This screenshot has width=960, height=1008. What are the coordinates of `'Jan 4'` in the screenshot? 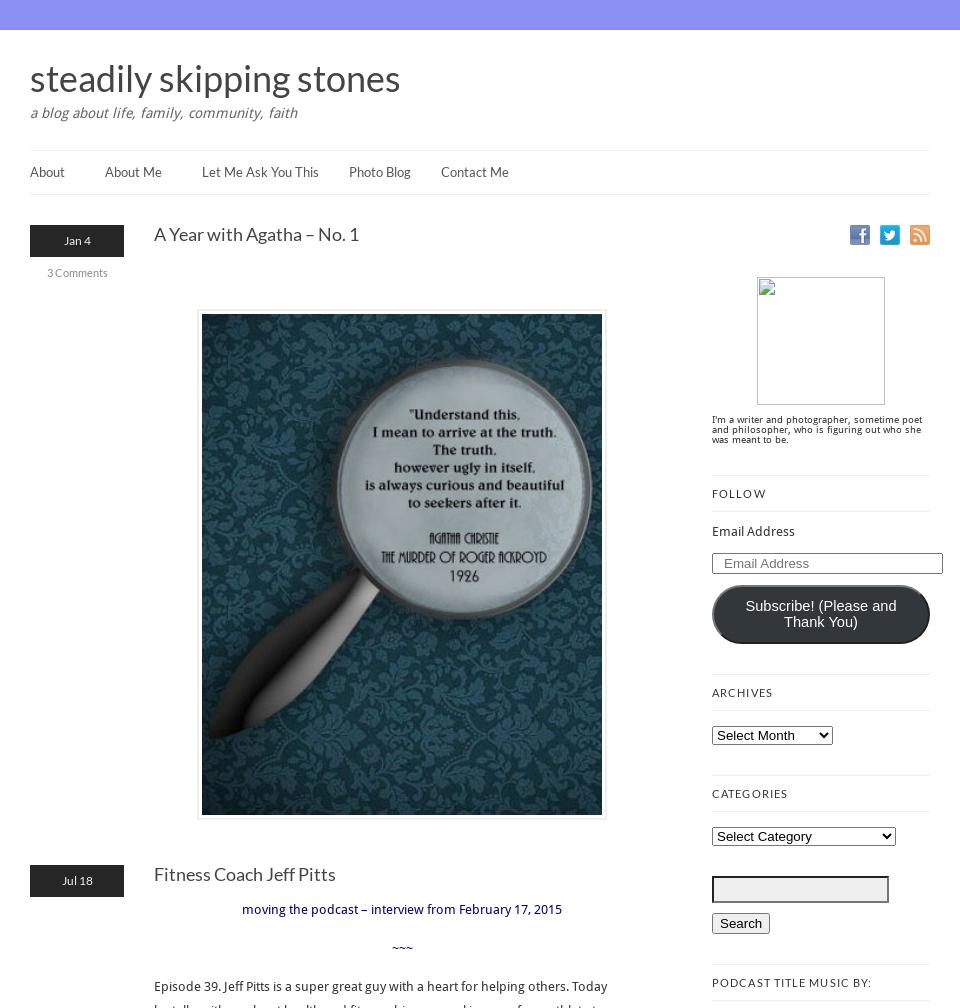 It's located at (76, 240).